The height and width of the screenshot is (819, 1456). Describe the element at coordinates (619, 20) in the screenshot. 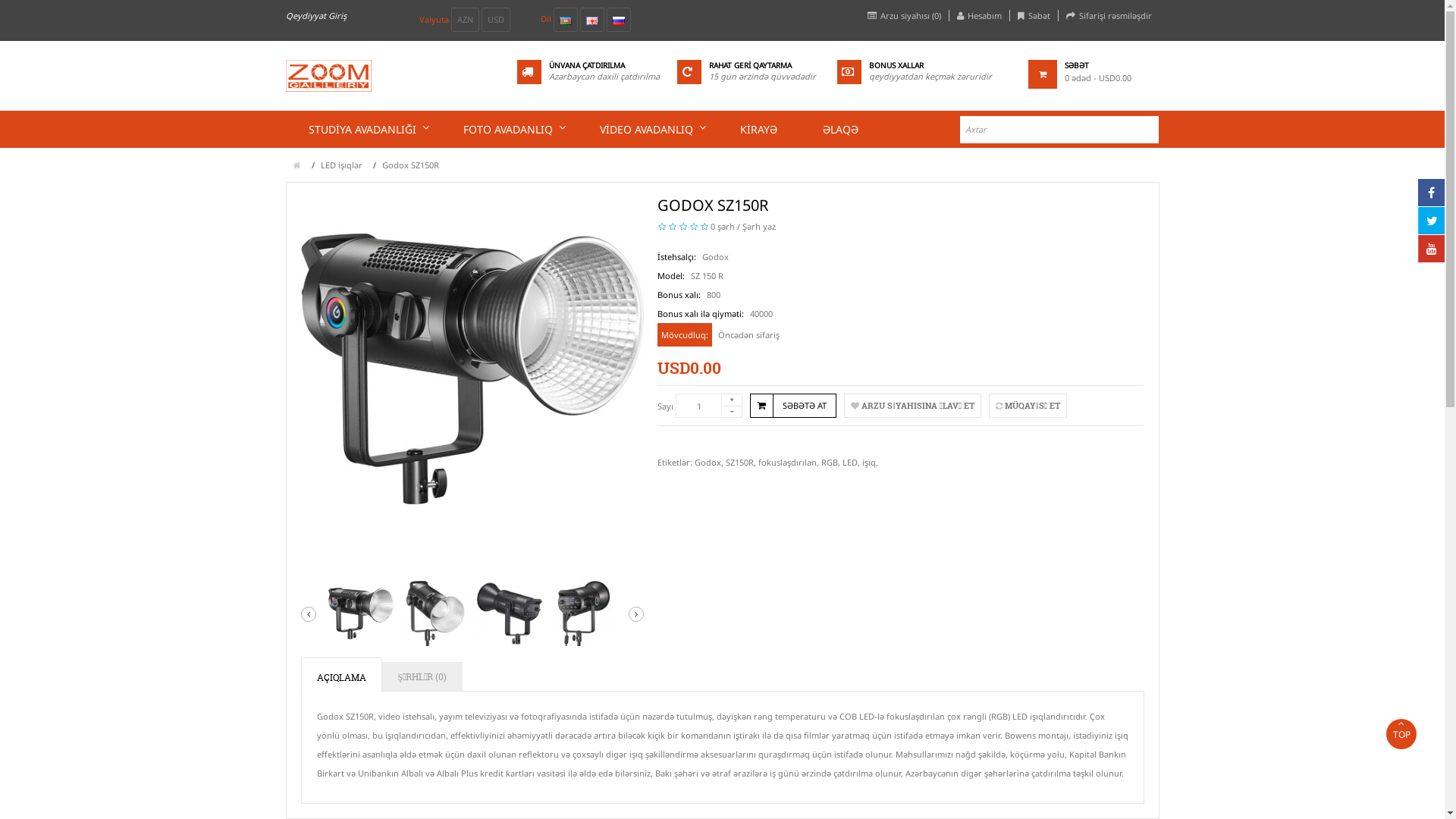

I see `'Russian'` at that location.